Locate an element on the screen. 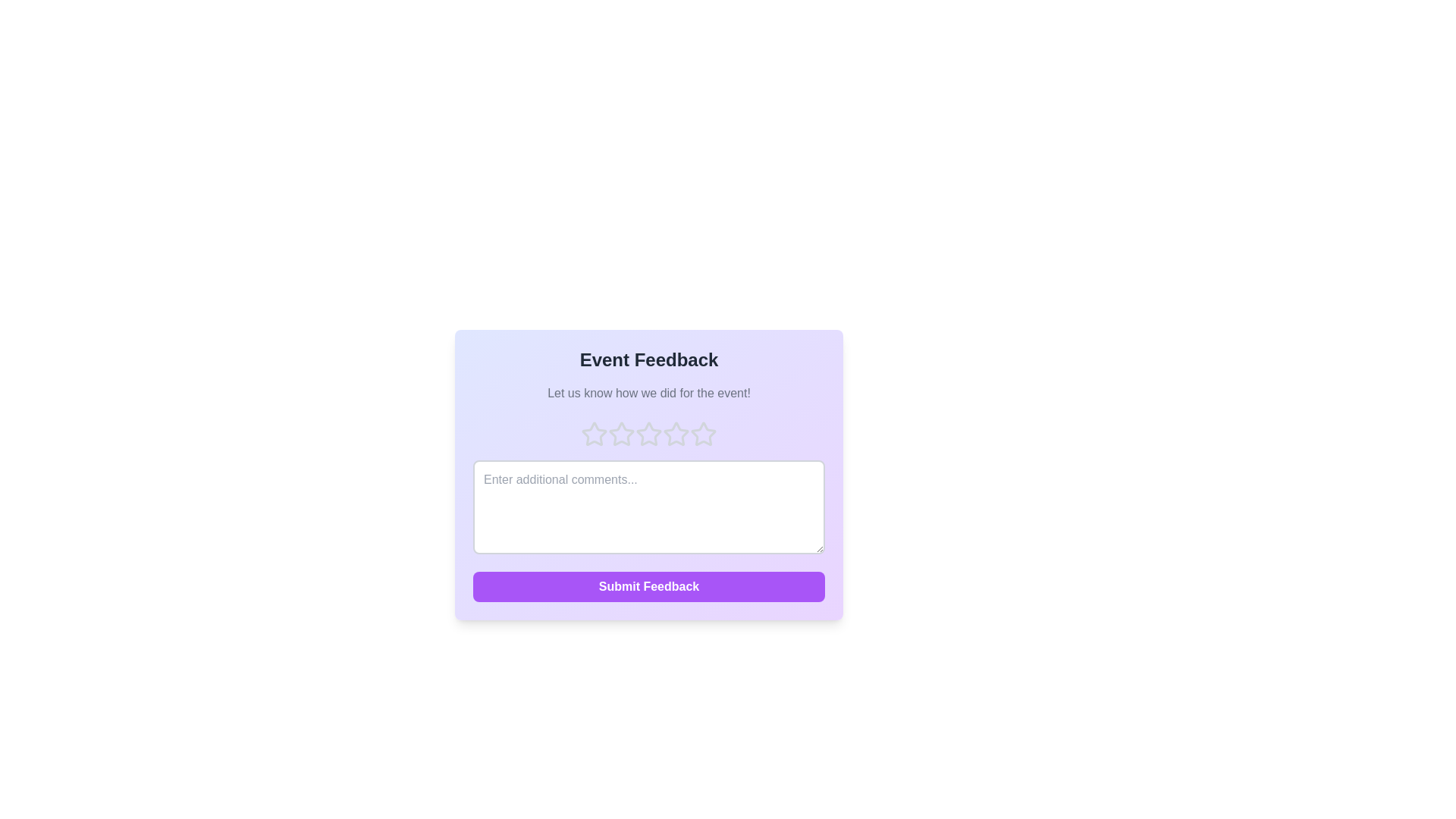 The image size is (1456, 819). the bold, large-text header 'Event Feedback' which is centrally aligned at the top of the card-like component is located at coordinates (648, 359).